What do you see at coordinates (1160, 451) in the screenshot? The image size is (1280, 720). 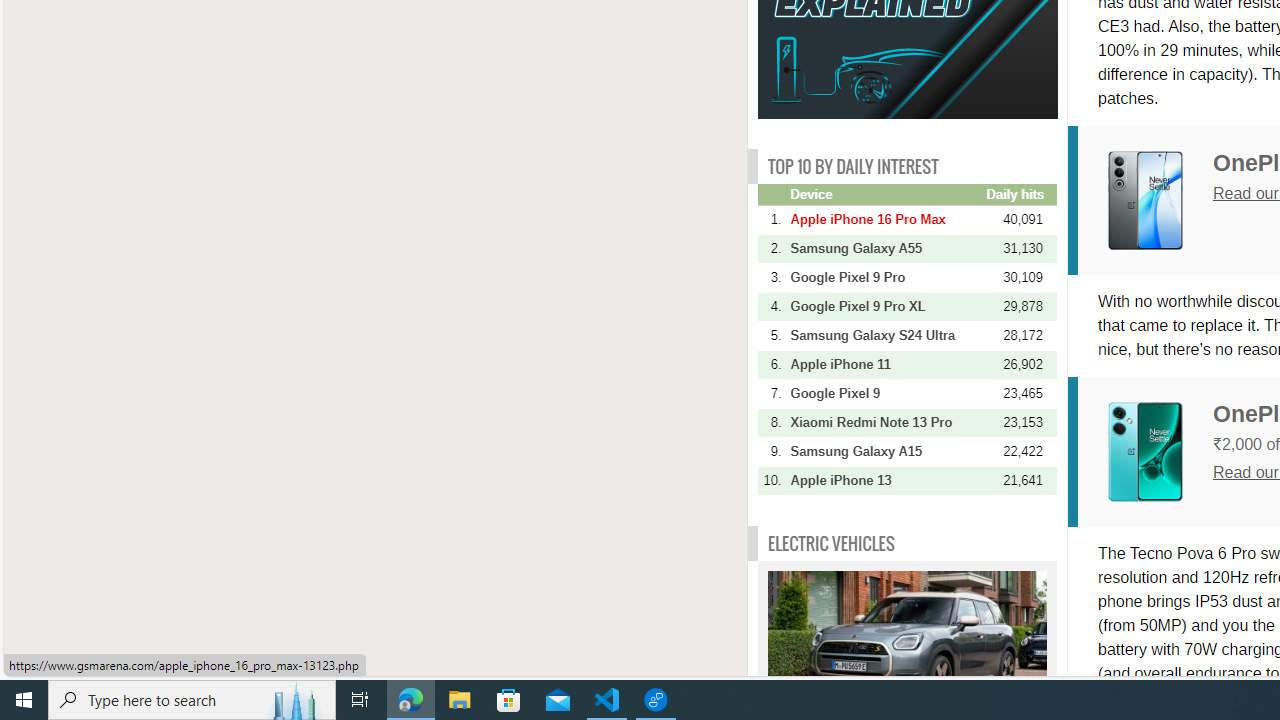 I see `'OnePlus Nord CE3'` at bounding box center [1160, 451].